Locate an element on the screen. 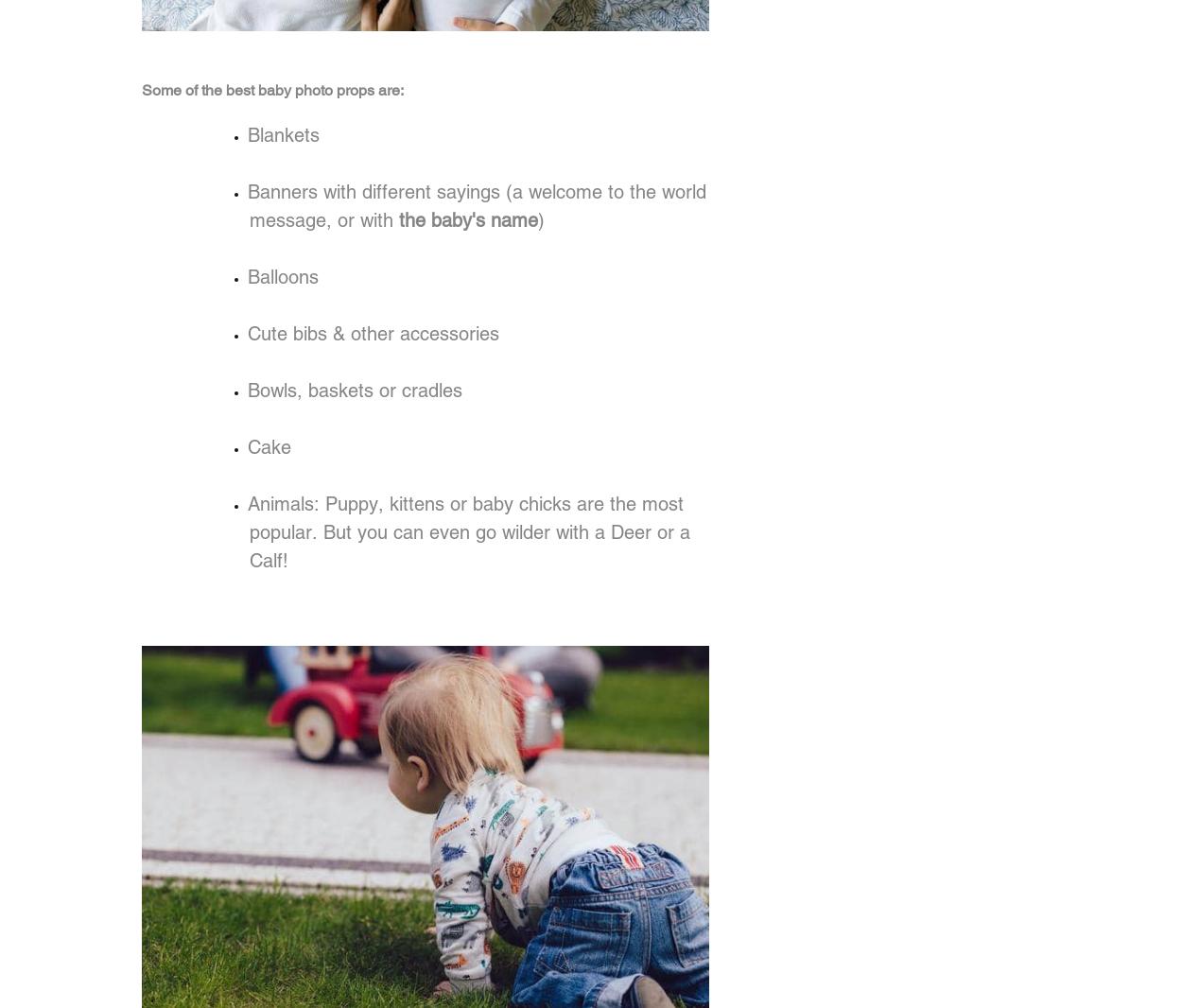  'Cute bibs & other accessories' is located at coordinates (248, 333).